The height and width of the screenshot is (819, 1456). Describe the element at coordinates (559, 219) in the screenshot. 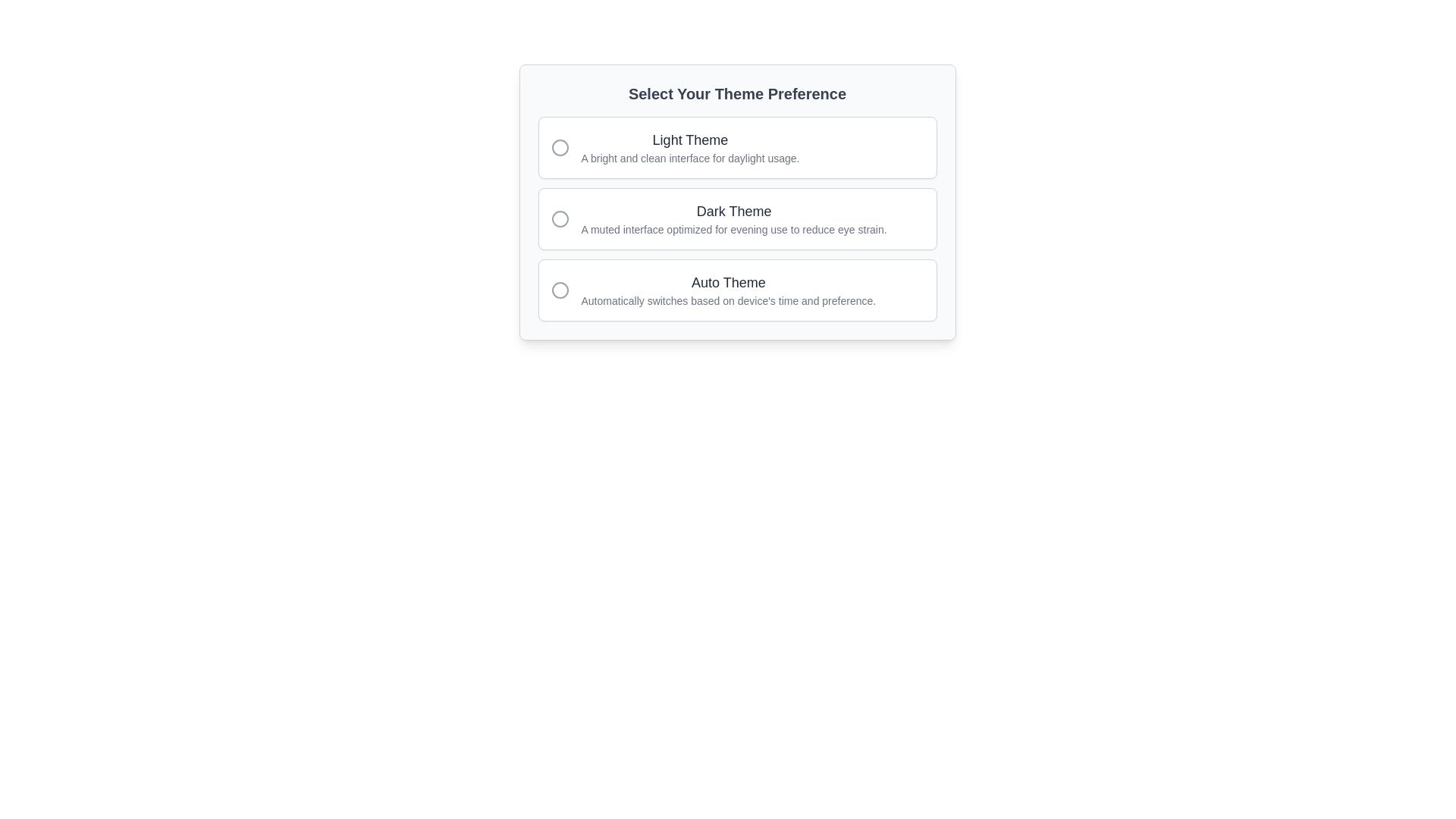

I see `the small round icon with a gray outline located to the left of the 'Dark Theme' option text in the theme selection list` at that location.